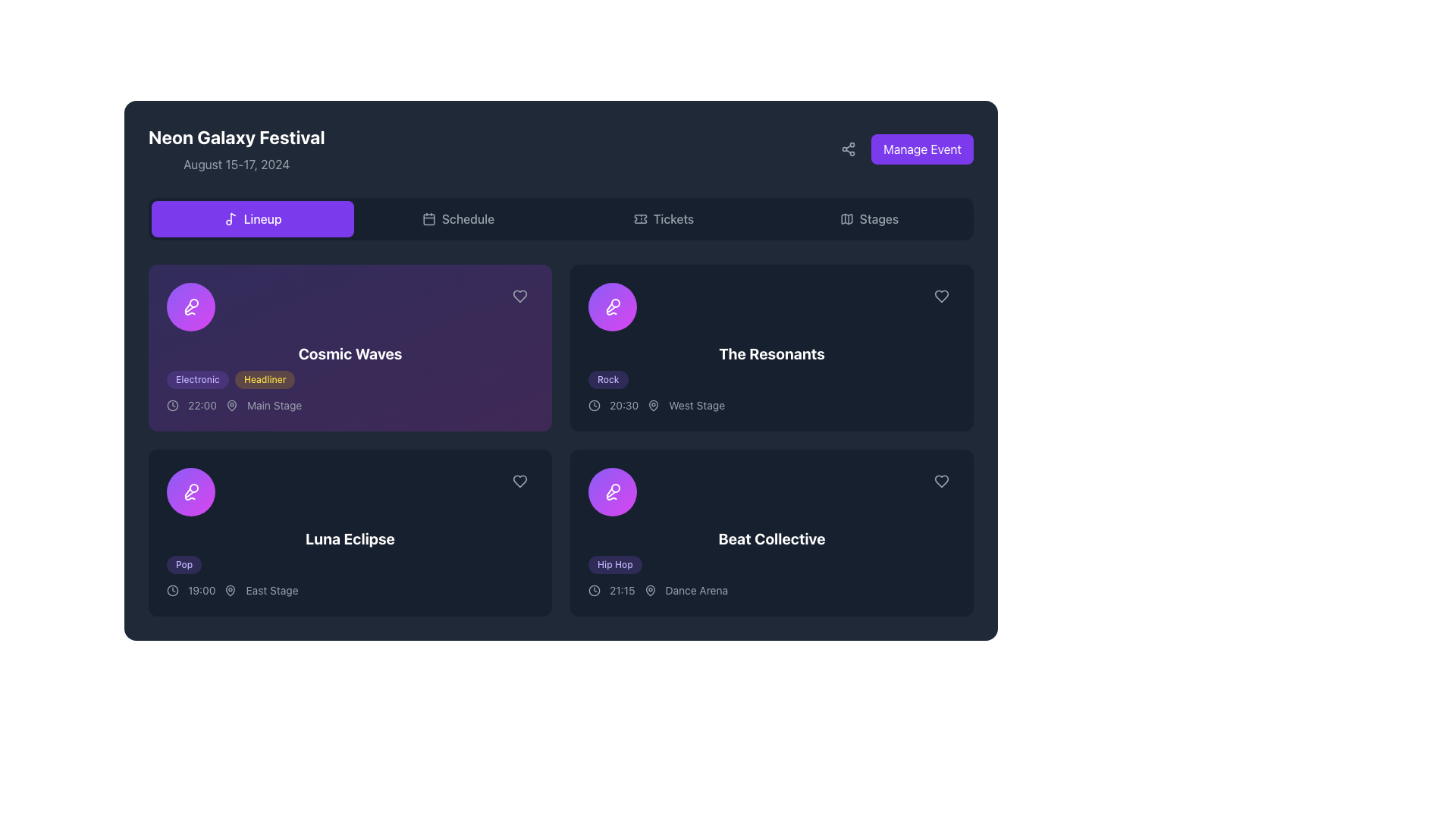 This screenshot has width=1456, height=819. I want to click on the microphone icon with a white stroke on a purple circular background, located in the left circular icon of the 'Cosmic Waves' event card, so click(190, 491).